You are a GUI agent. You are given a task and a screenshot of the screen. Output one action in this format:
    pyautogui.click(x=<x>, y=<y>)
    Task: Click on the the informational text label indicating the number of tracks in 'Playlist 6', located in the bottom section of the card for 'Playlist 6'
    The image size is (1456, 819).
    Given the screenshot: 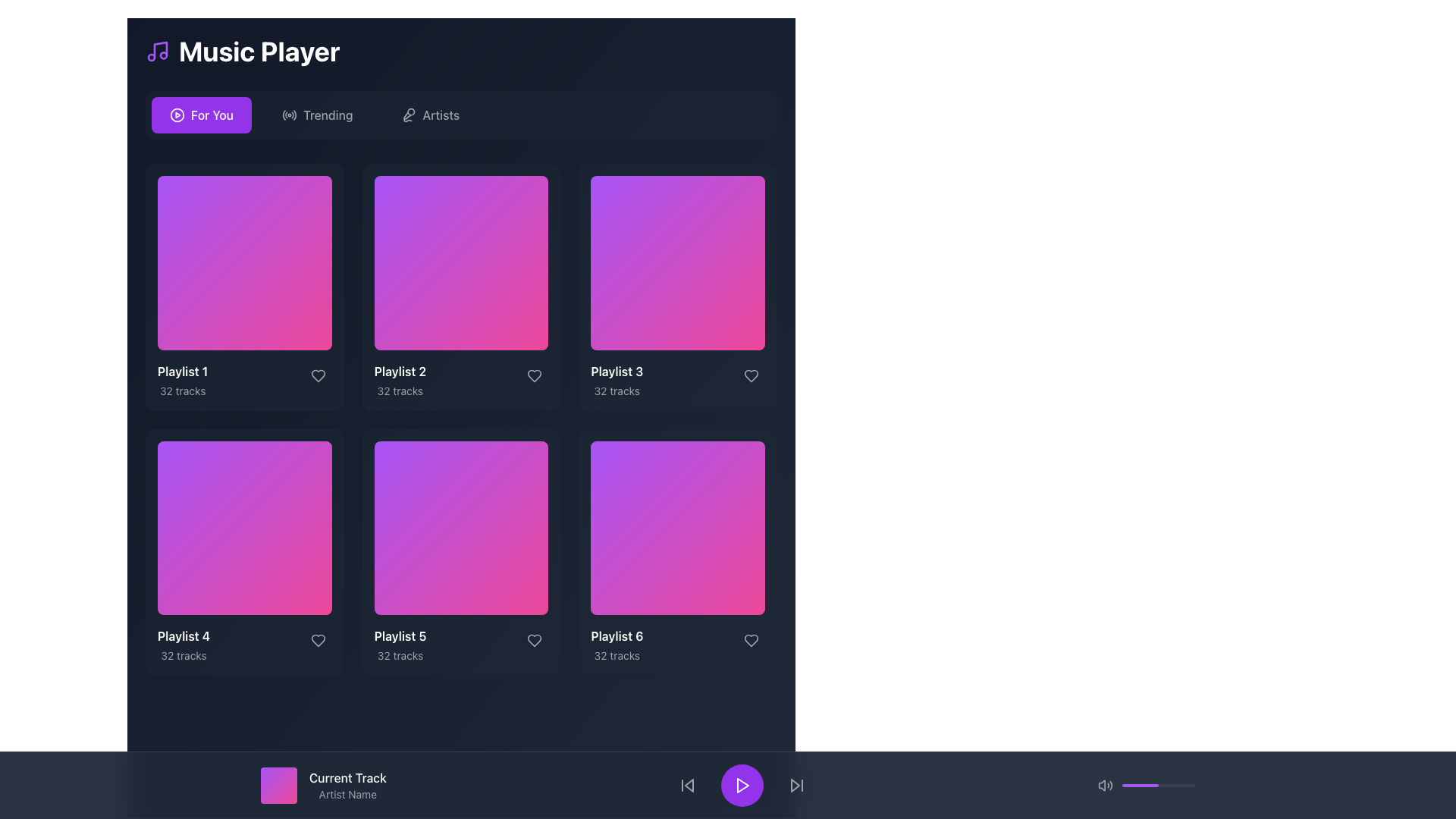 What is the action you would take?
    pyautogui.click(x=617, y=655)
    